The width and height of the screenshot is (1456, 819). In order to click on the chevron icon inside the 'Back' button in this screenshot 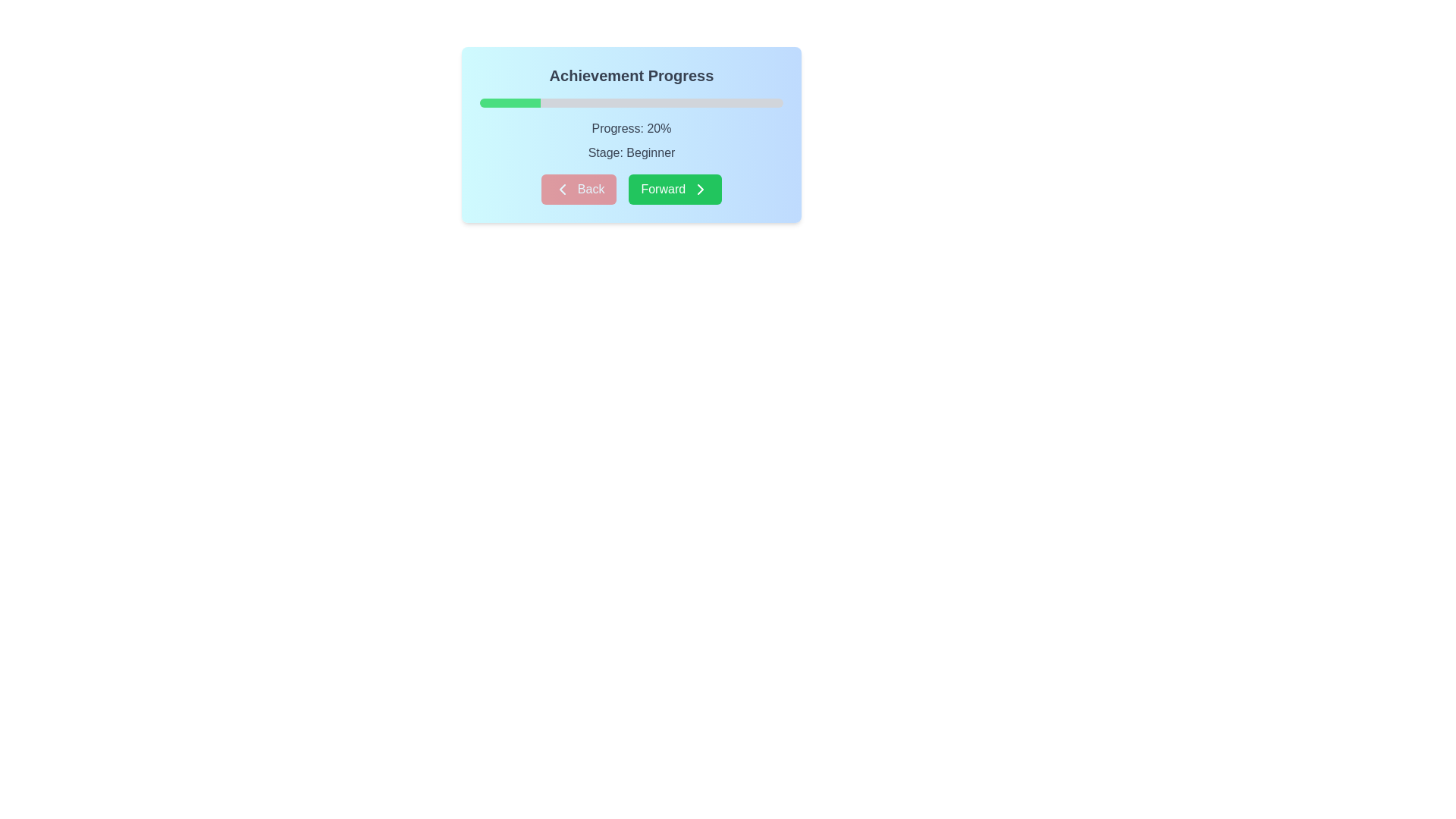, I will do `click(561, 189)`.